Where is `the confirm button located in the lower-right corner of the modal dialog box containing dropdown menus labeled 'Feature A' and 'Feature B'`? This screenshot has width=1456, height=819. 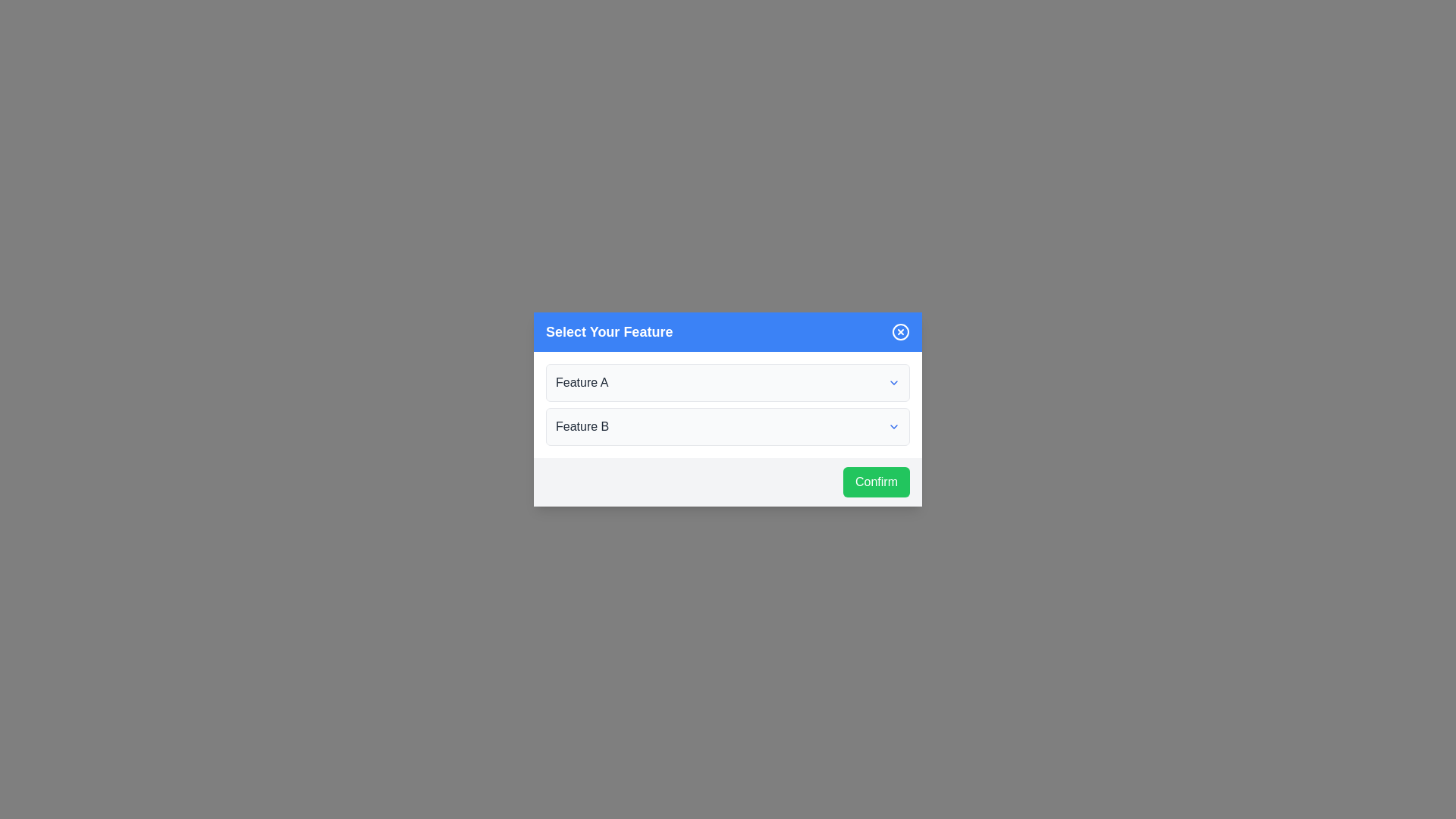 the confirm button located in the lower-right corner of the modal dialog box containing dropdown menus labeled 'Feature A' and 'Feature B' is located at coordinates (877, 482).